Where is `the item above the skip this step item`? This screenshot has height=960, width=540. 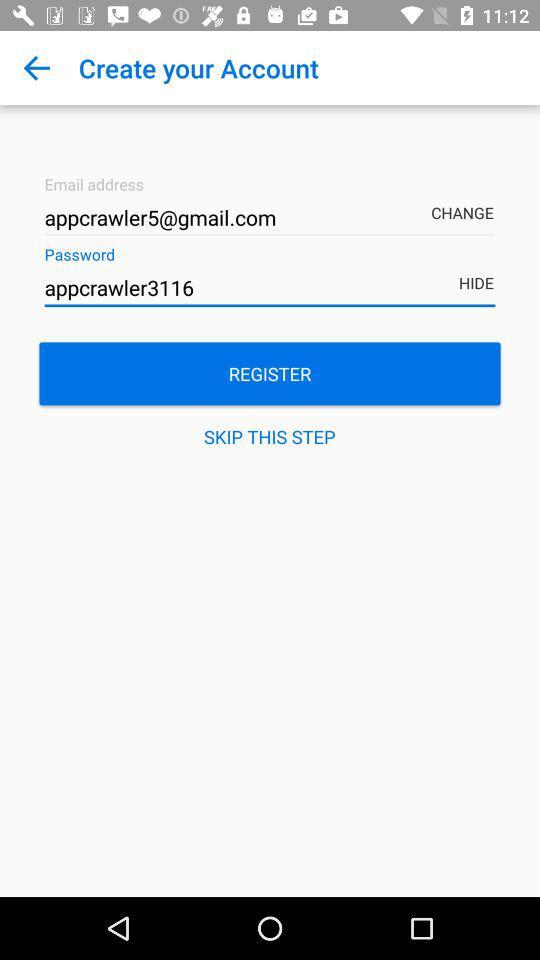
the item above the skip this step item is located at coordinates (270, 372).